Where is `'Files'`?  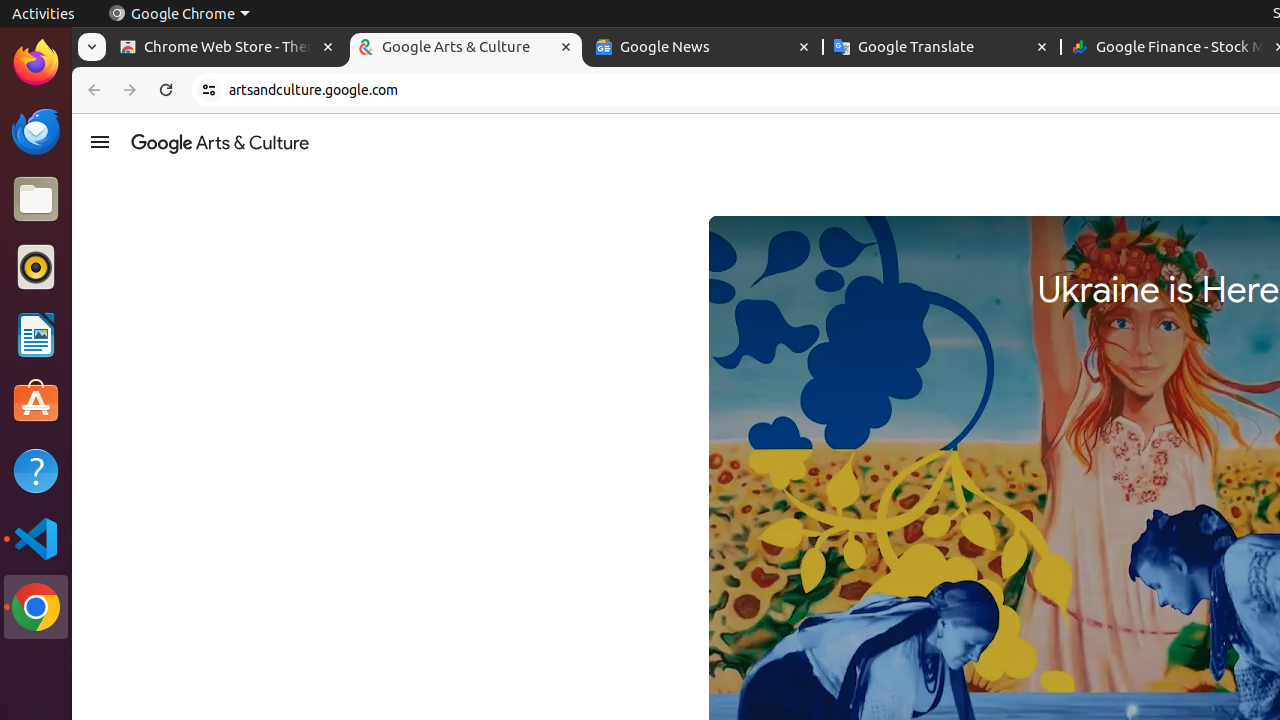 'Files' is located at coordinates (35, 199).